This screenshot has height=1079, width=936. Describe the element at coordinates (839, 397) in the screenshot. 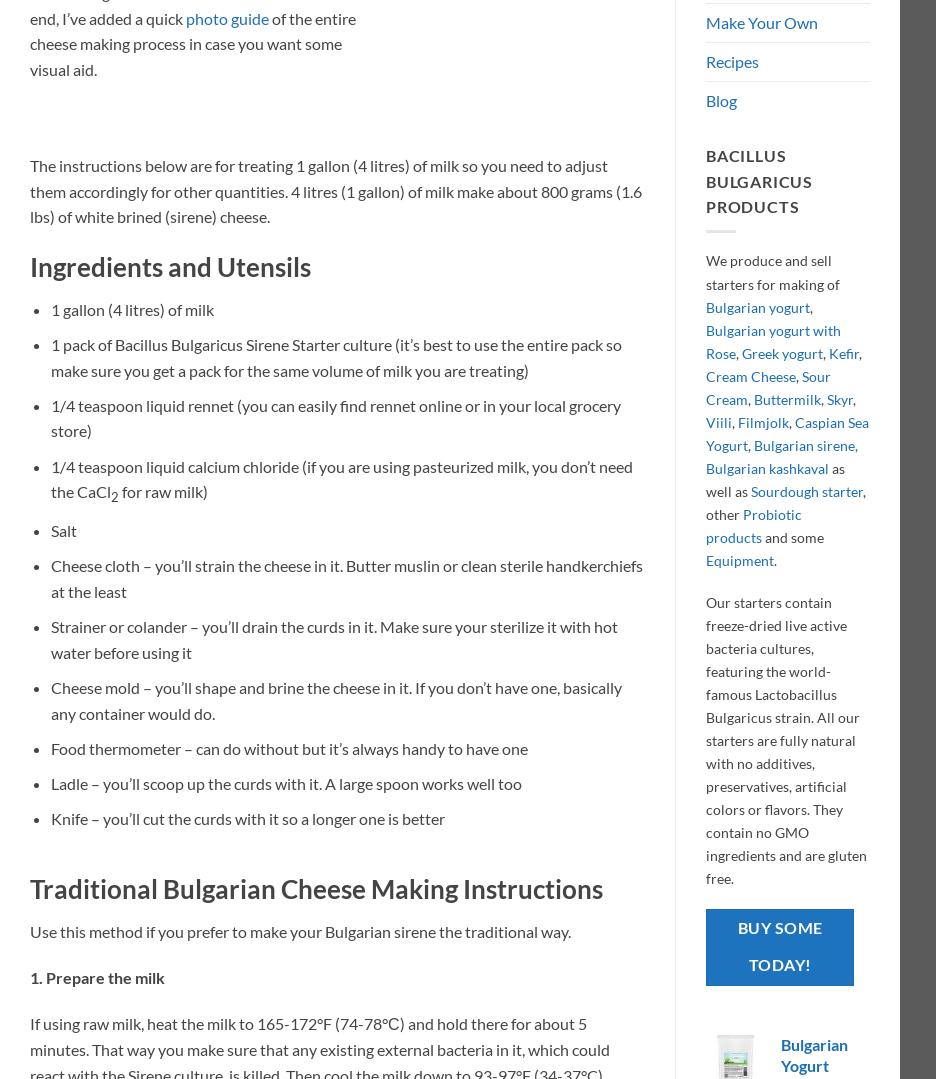

I see `'Skyr'` at that location.